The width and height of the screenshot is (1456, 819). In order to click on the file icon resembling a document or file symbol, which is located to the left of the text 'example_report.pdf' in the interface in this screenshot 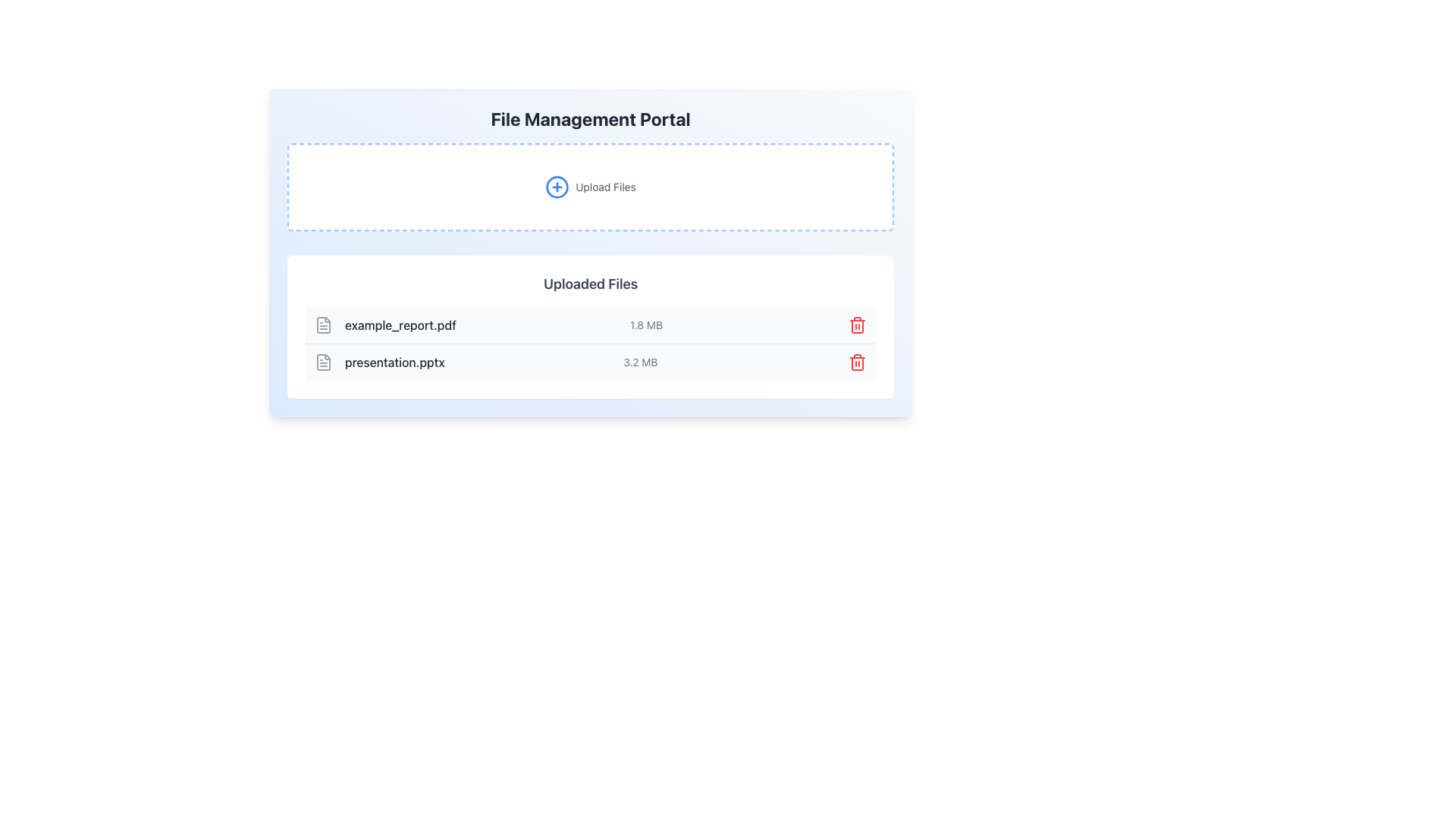, I will do `click(323, 362)`.